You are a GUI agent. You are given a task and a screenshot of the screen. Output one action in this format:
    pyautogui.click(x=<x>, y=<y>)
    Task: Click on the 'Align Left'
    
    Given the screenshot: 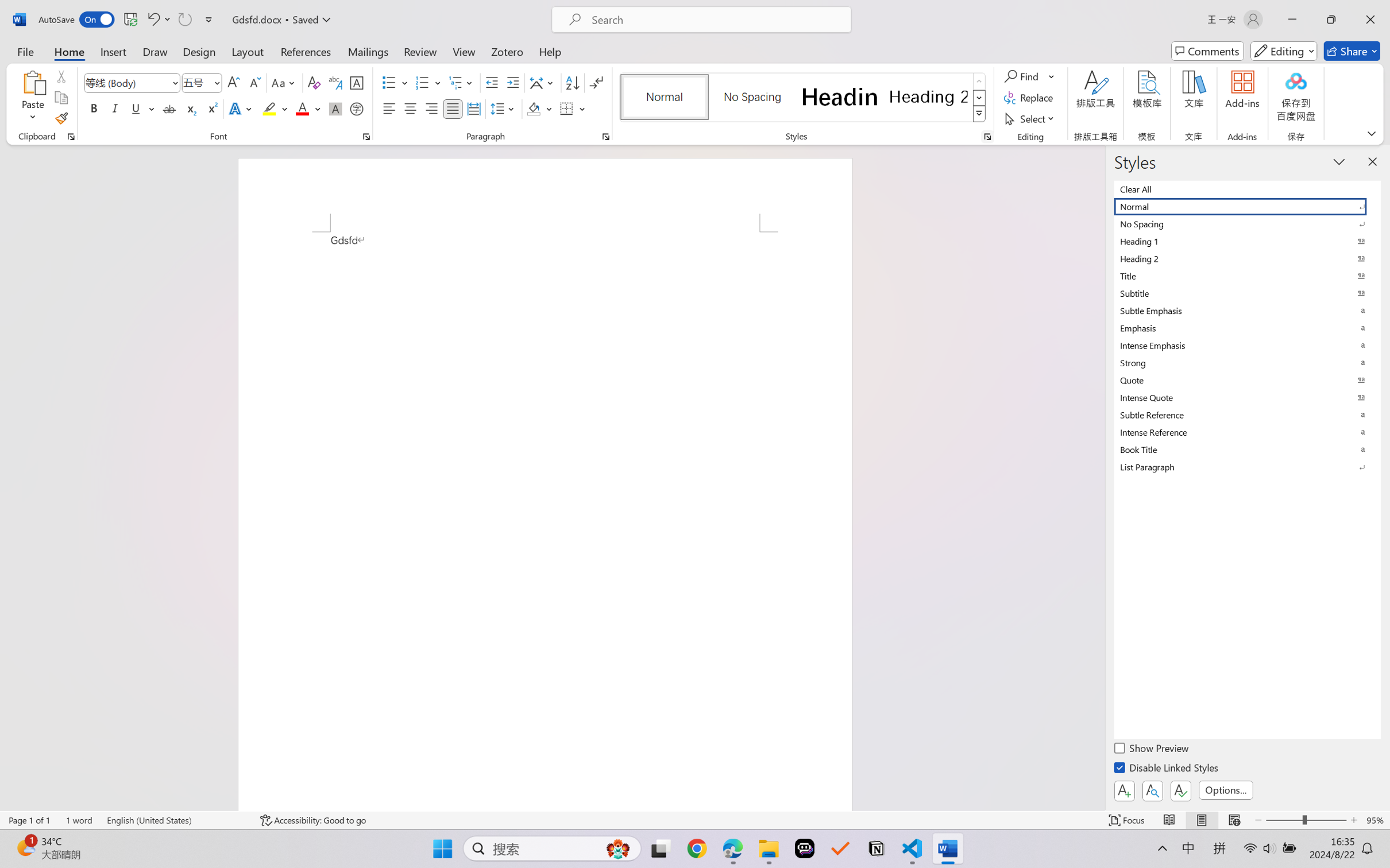 What is the action you would take?
    pyautogui.click(x=389, y=108)
    